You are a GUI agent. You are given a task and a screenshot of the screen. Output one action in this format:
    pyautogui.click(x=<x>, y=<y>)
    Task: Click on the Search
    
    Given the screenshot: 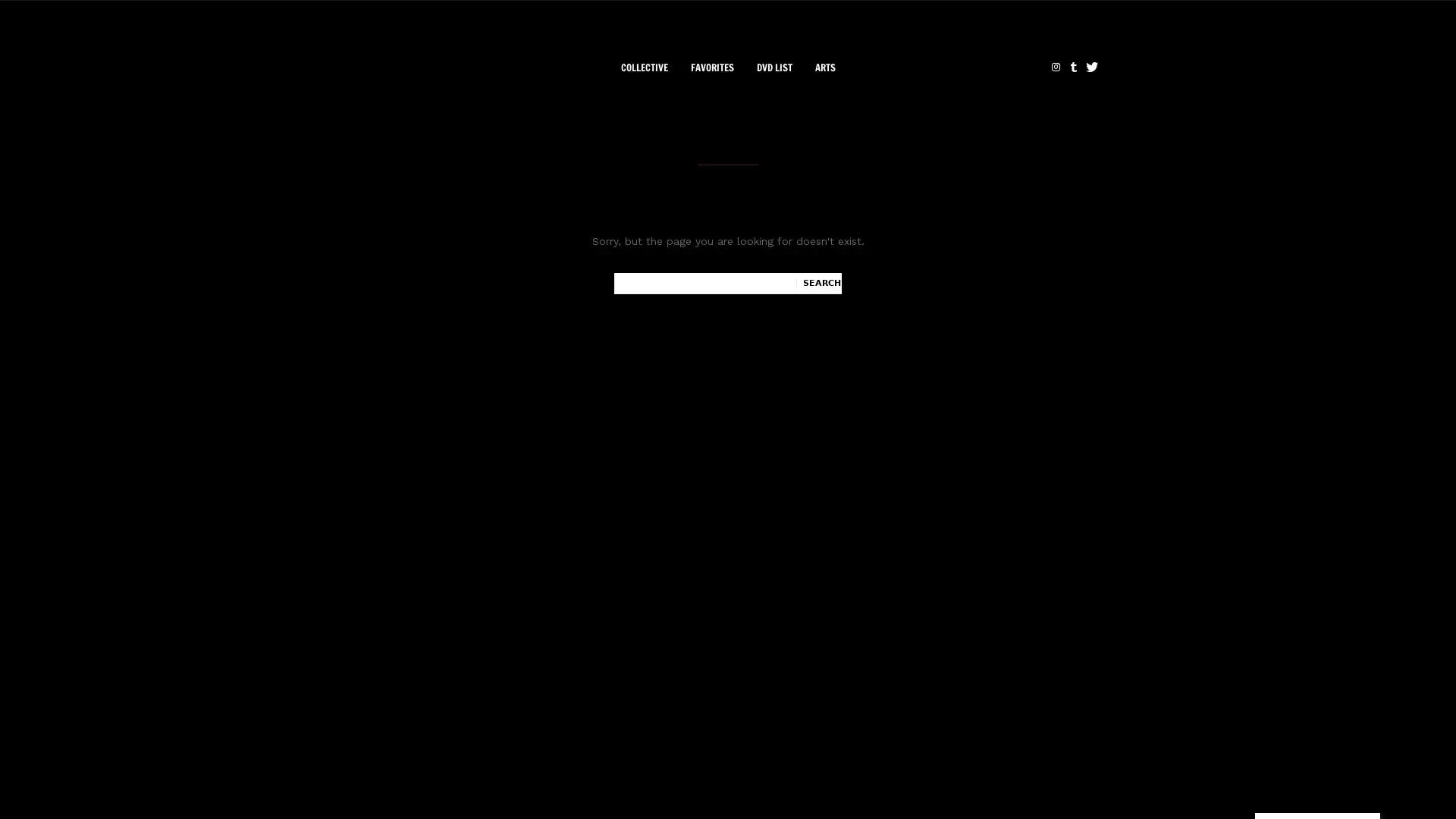 What is the action you would take?
    pyautogui.click(x=818, y=283)
    